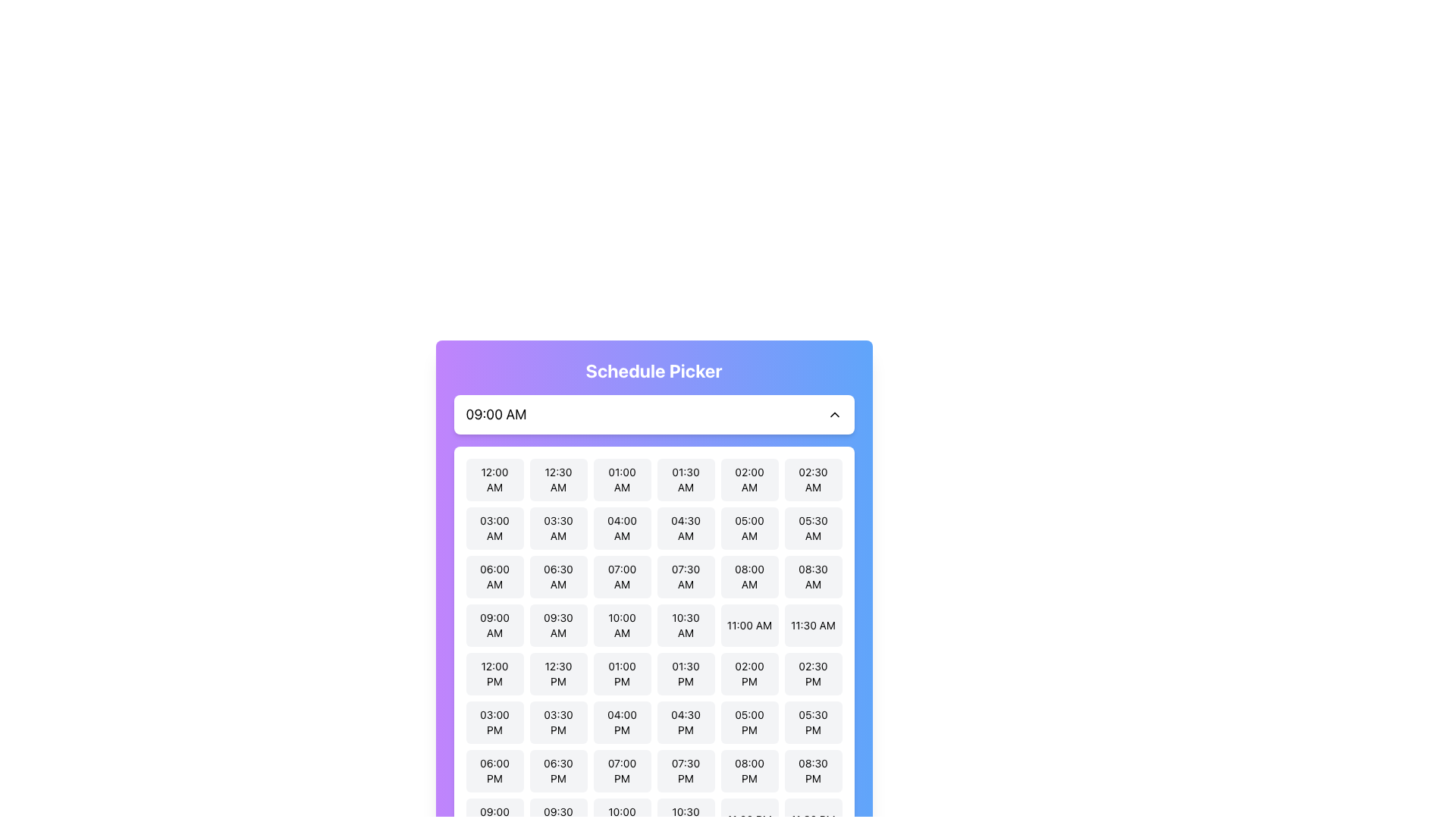 The width and height of the screenshot is (1456, 819). What do you see at coordinates (494, 771) in the screenshot?
I see `the button displaying '06:00 PM' to observe its styling change from light gray to light purple` at bounding box center [494, 771].